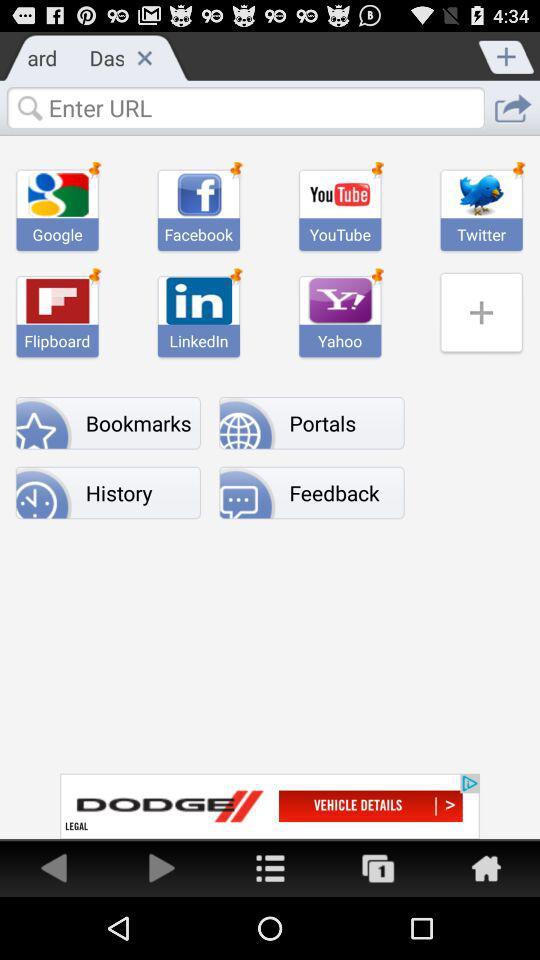 The image size is (540, 960). I want to click on open new tab, so click(507, 54).